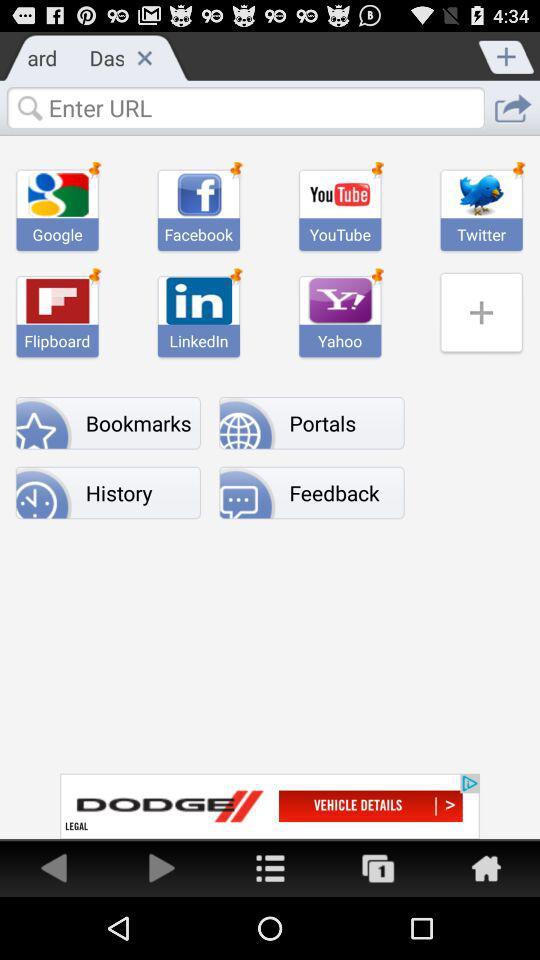 The image size is (540, 960). I want to click on open new tab, so click(507, 54).